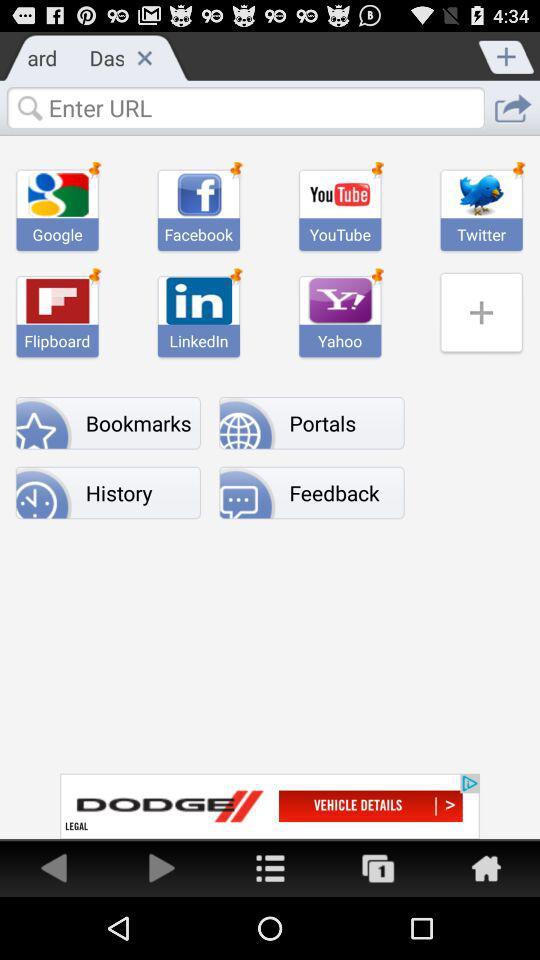 The image size is (540, 960). I want to click on open new tab, so click(507, 54).